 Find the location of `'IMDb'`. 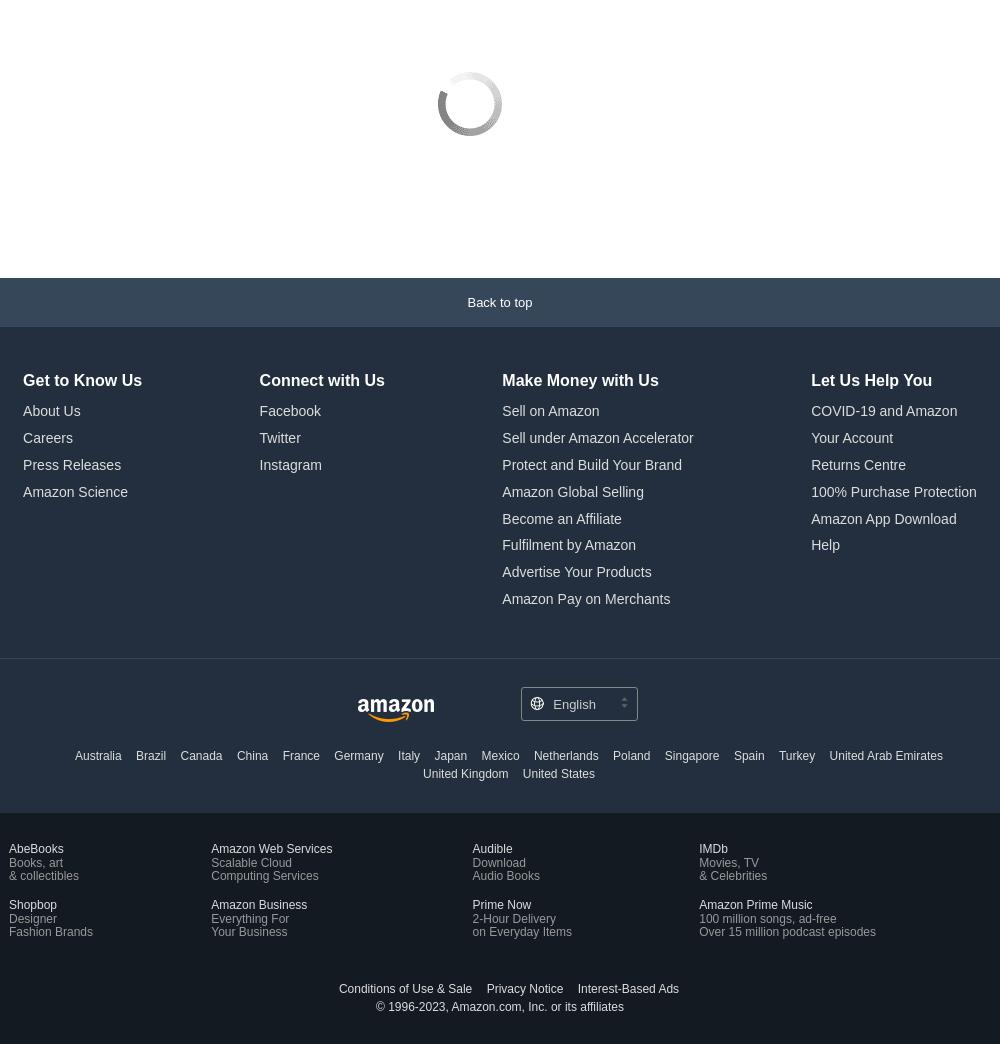

'IMDb' is located at coordinates (712, 847).